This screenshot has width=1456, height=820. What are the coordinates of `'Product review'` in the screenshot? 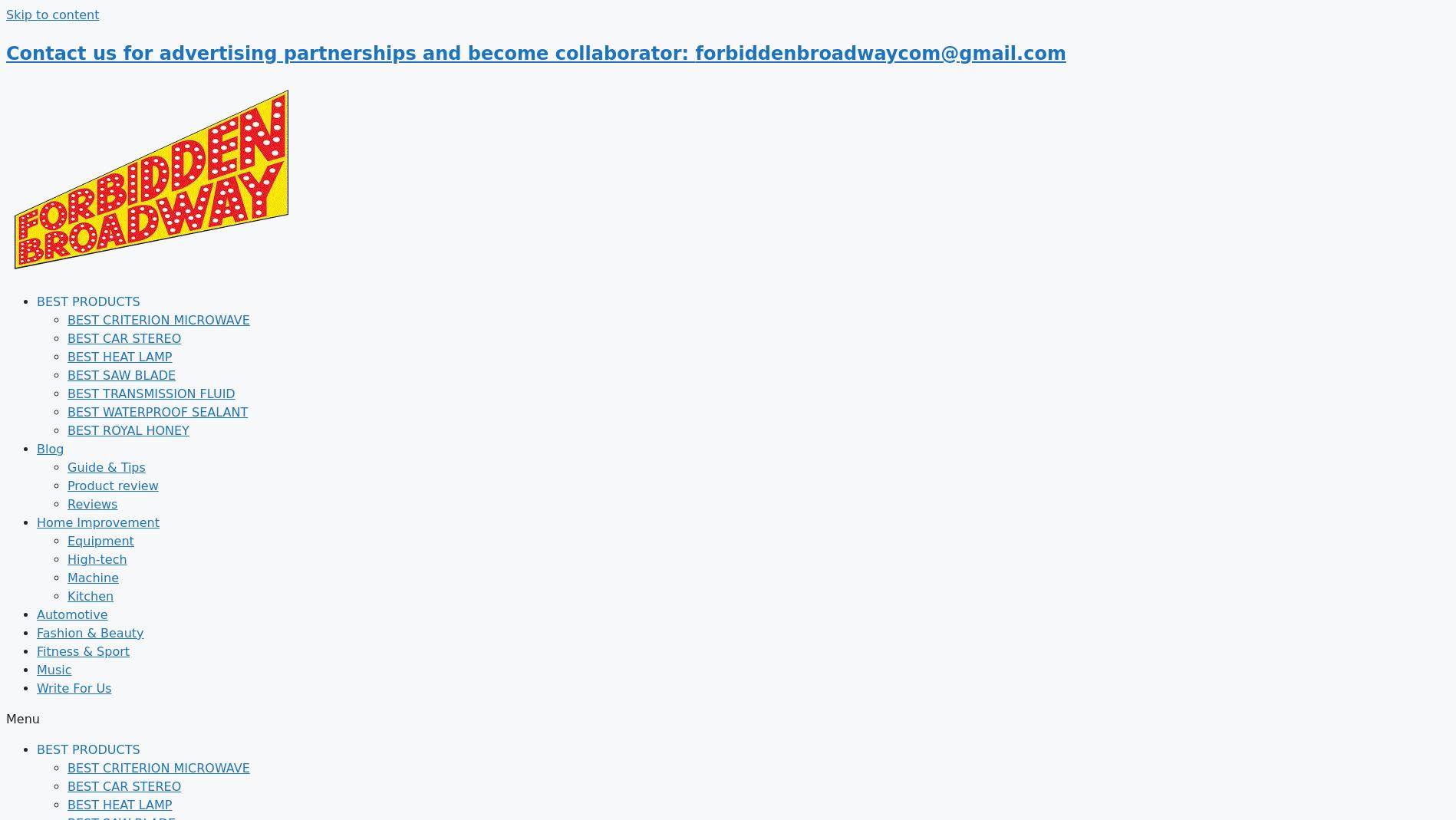 It's located at (112, 485).